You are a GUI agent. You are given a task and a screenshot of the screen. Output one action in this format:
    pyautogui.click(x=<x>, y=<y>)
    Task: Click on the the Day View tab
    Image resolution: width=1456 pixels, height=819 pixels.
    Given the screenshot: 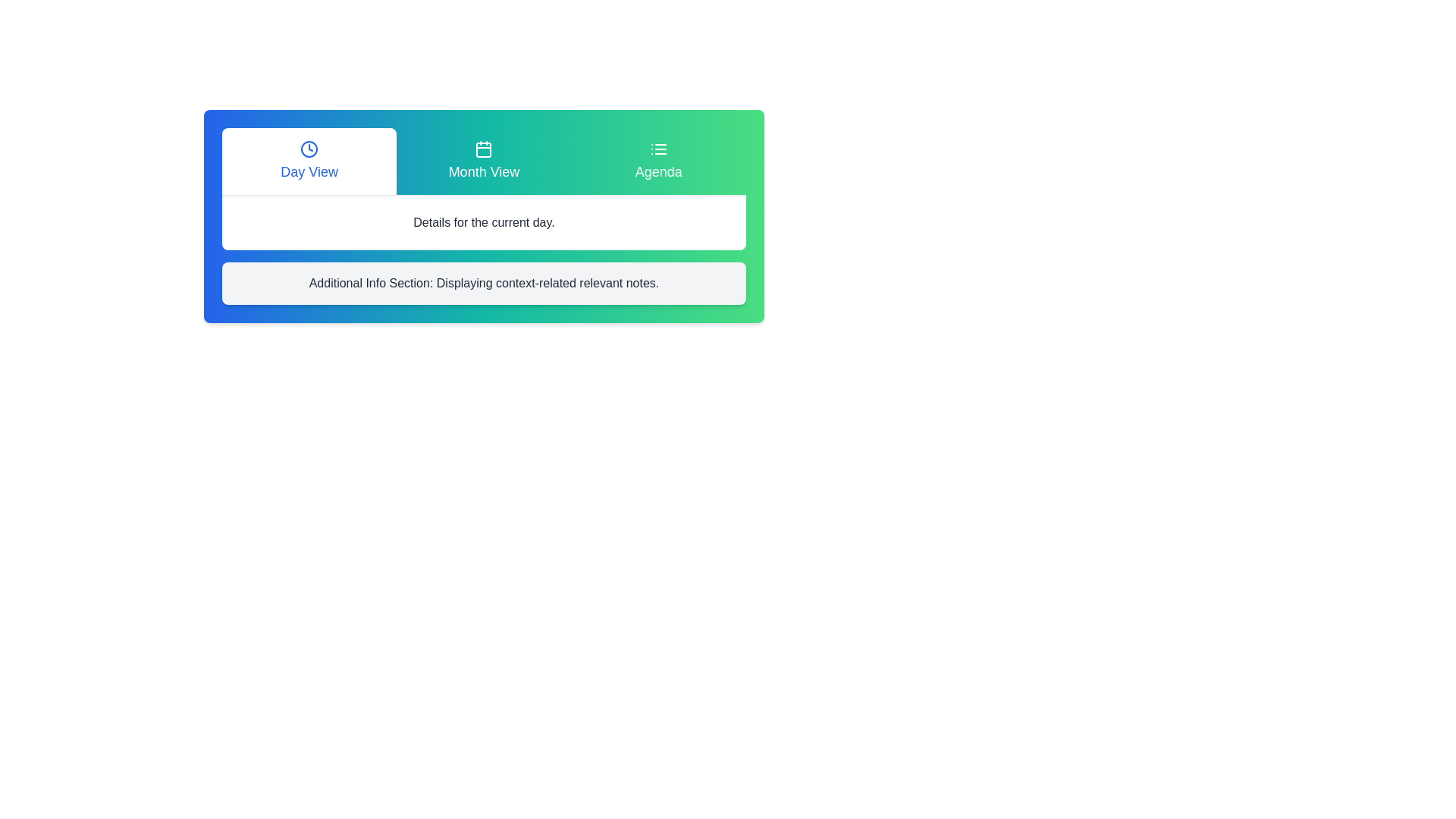 What is the action you would take?
    pyautogui.click(x=309, y=161)
    